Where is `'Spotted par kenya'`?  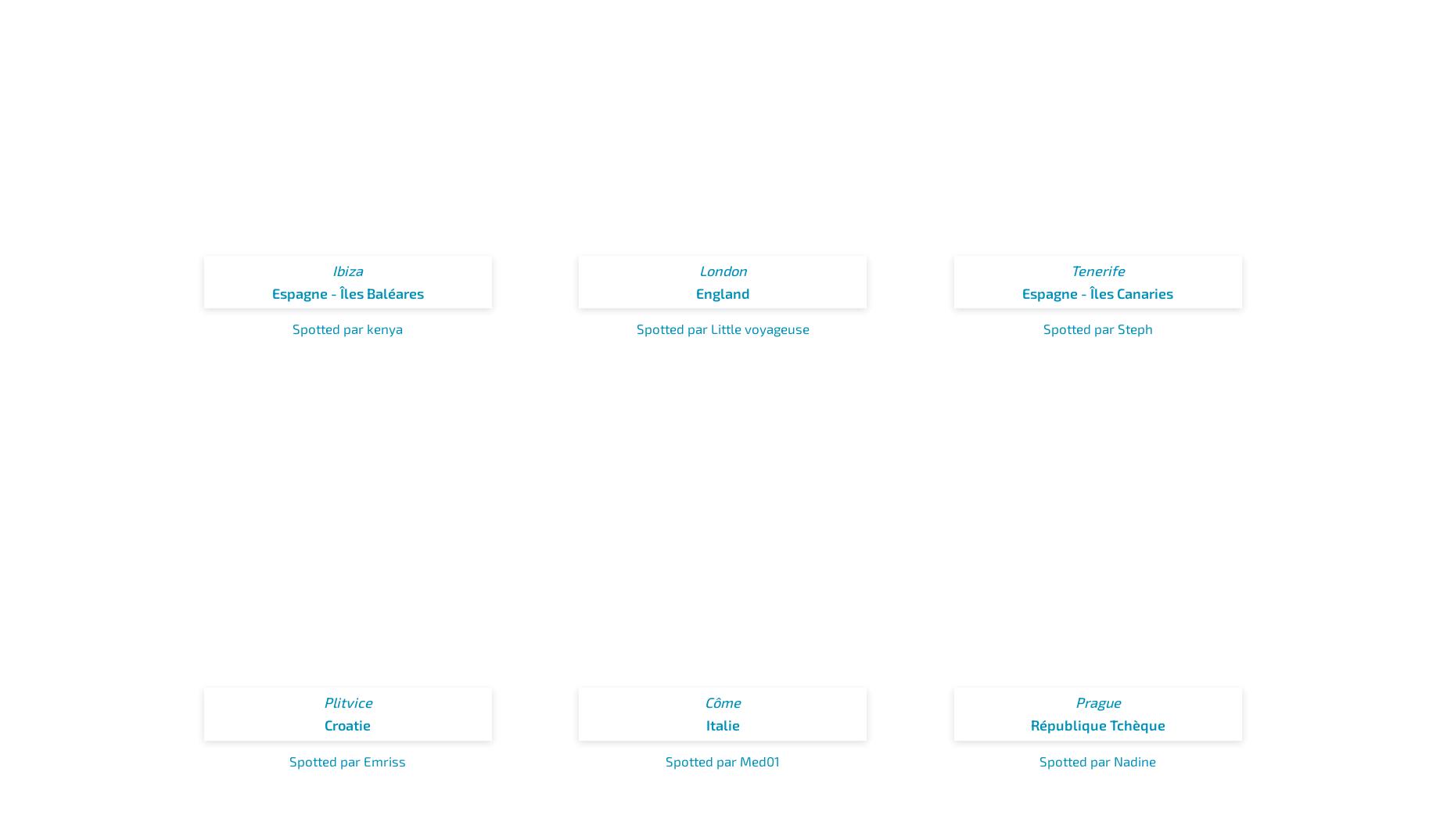 'Spotted par kenya' is located at coordinates (346, 328).